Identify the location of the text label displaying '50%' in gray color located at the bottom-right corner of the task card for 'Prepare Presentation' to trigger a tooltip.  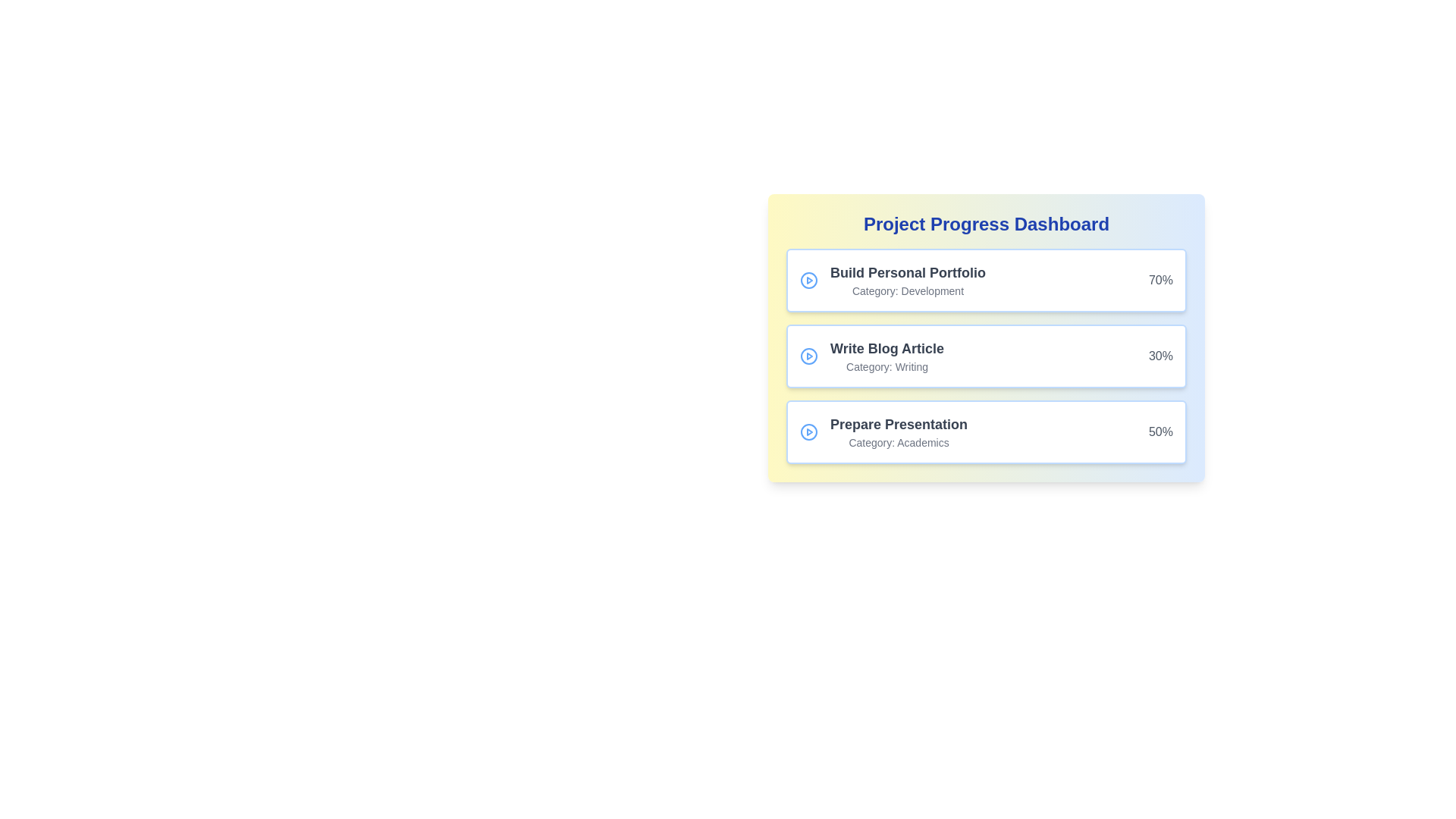
(1160, 432).